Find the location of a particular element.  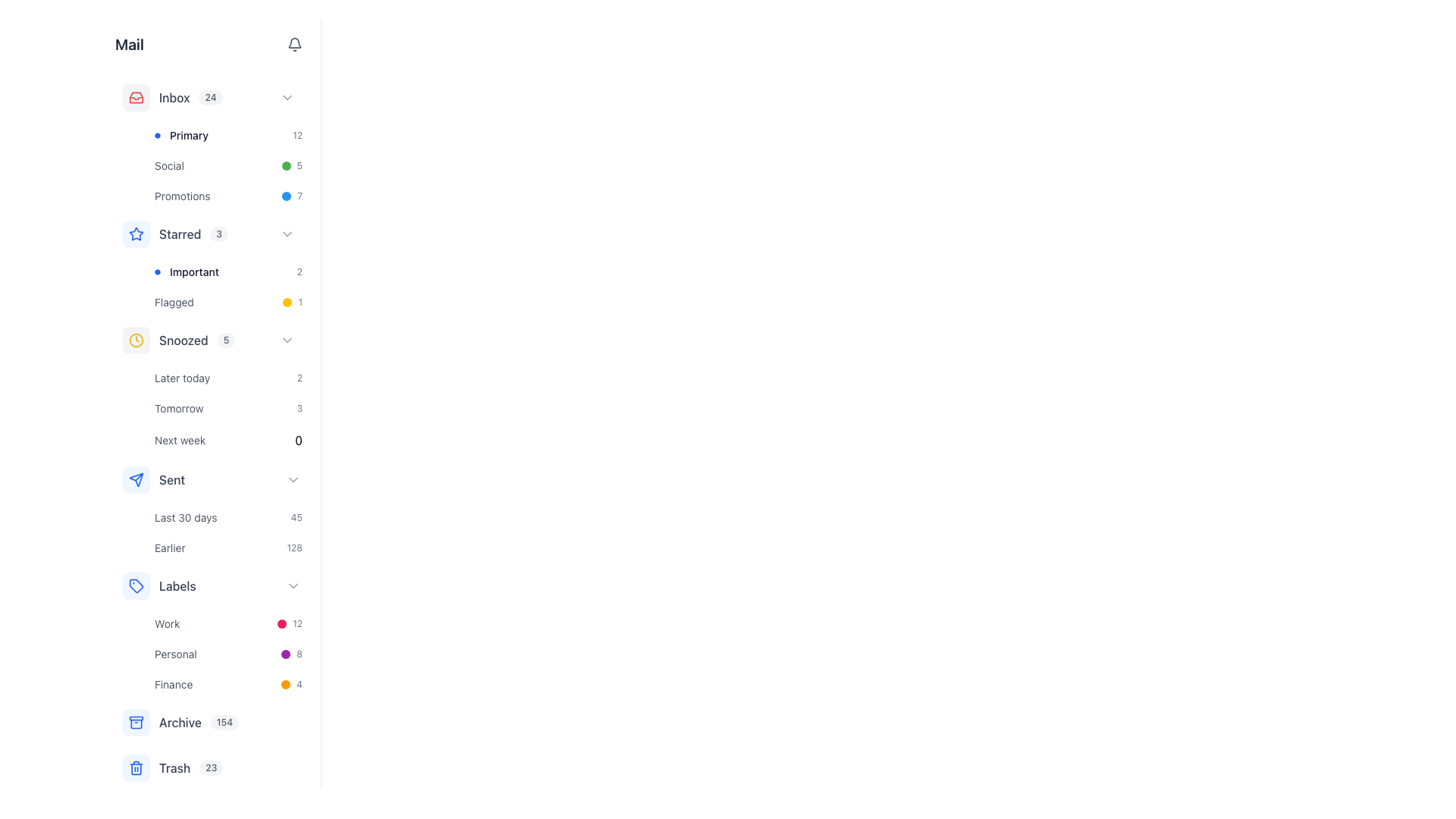

the small downward-facing chevron icon with a thin border and gray color, located next to the 'Starred' label in the sidebar is located at coordinates (287, 234).